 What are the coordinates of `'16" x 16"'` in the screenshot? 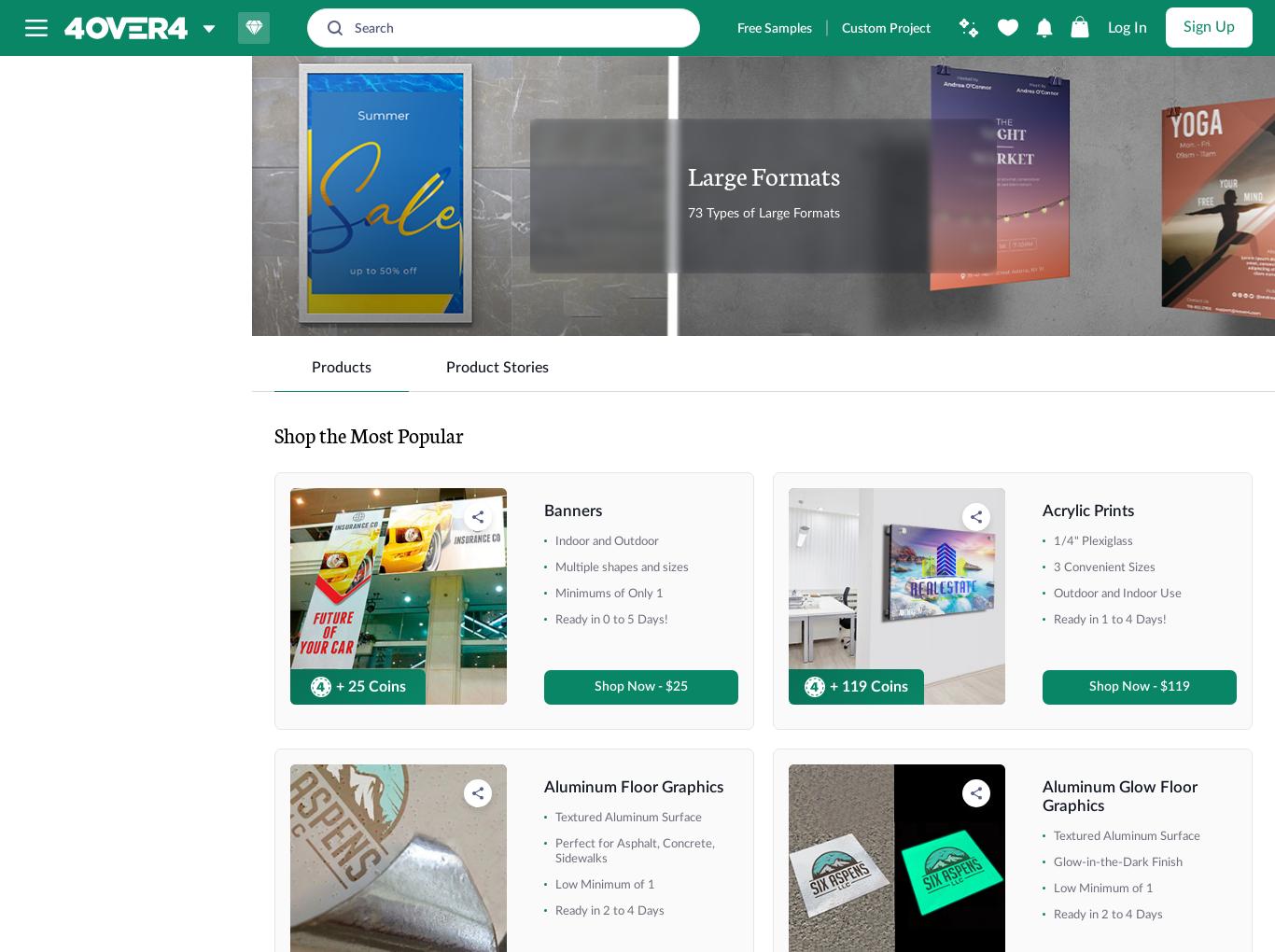 It's located at (77, 717).